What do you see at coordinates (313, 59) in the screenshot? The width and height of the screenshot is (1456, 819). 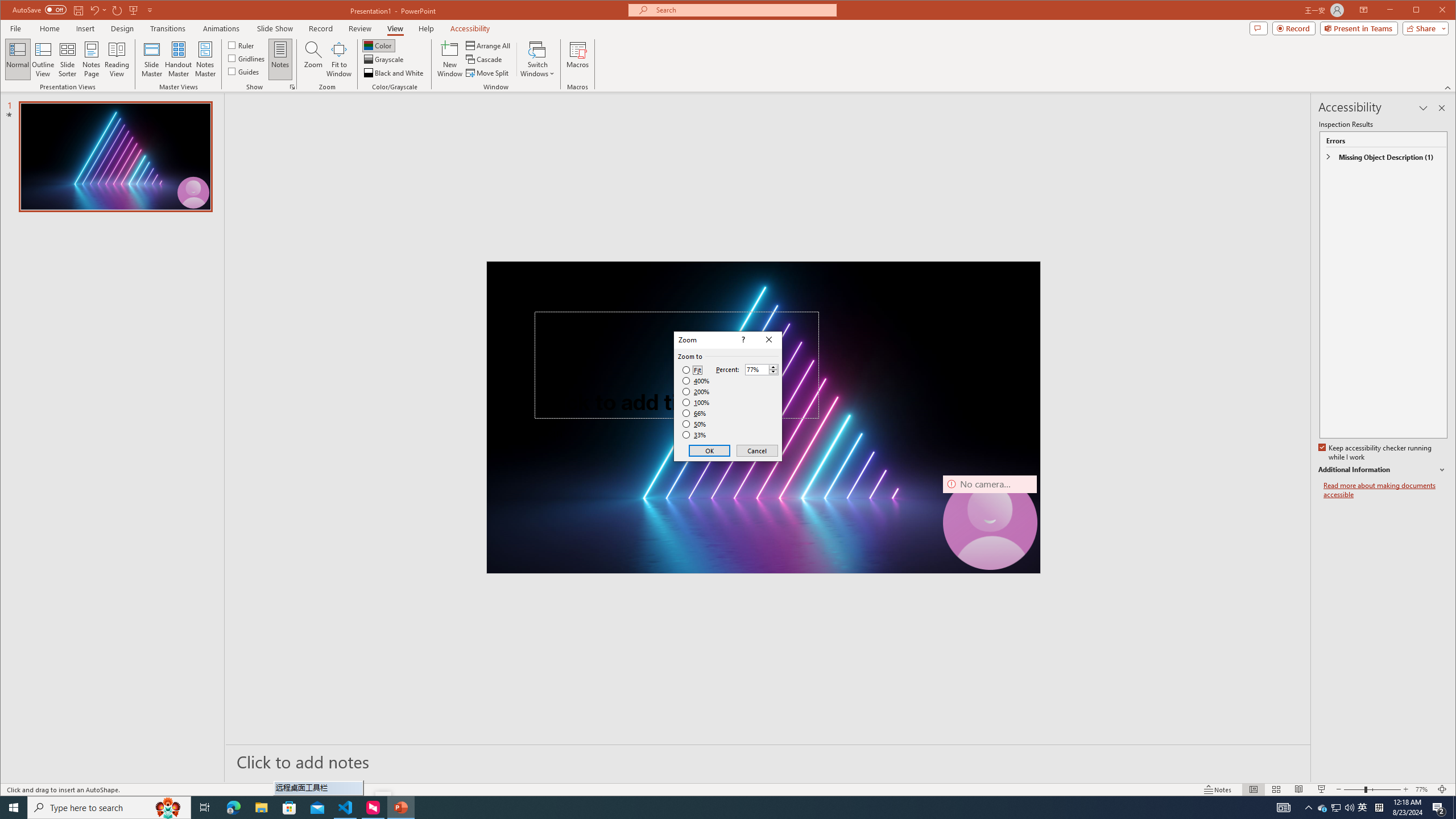 I see `'Zoom...'` at bounding box center [313, 59].